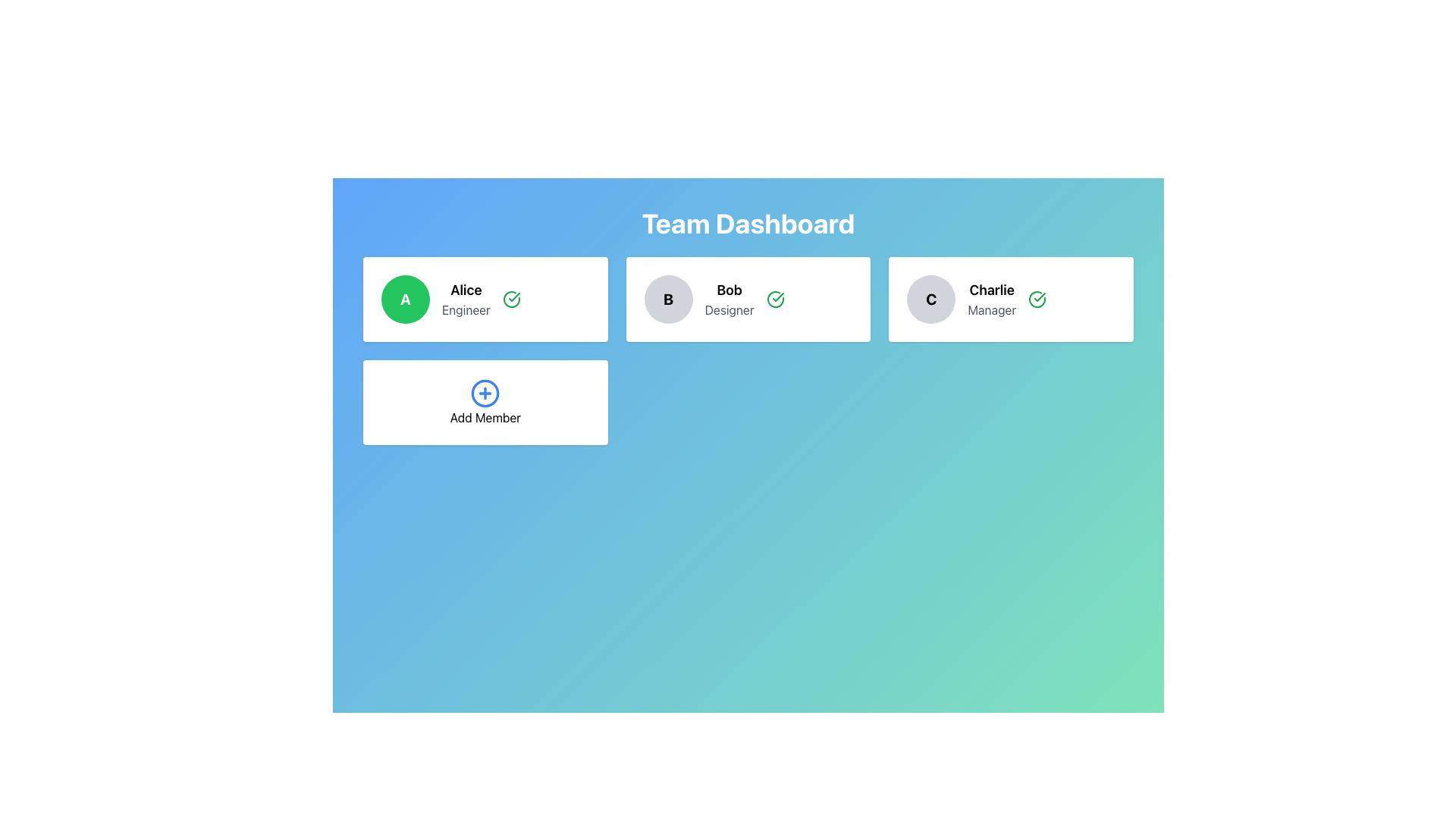 The width and height of the screenshot is (1456, 819). Describe the element at coordinates (465, 299) in the screenshot. I see `information presented in the Text Display showing 'Alice' and 'Engineer', which is located to the right of a green circular avatar and to the left of a green checkmark icon in the top-left section of the interface` at that location.